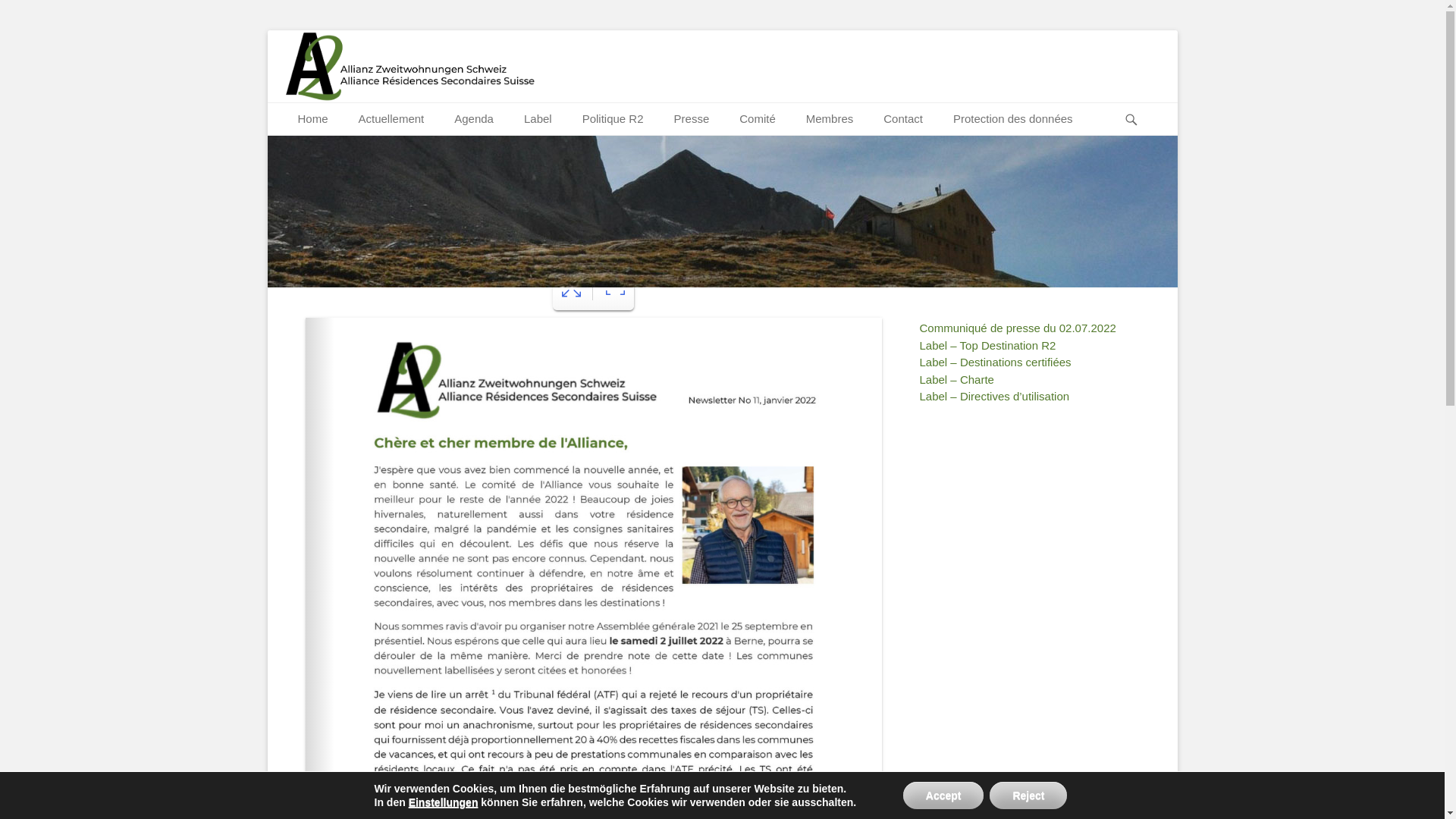  Describe the element at coordinates (902, 795) in the screenshot. I see `'Accept'` at that location.